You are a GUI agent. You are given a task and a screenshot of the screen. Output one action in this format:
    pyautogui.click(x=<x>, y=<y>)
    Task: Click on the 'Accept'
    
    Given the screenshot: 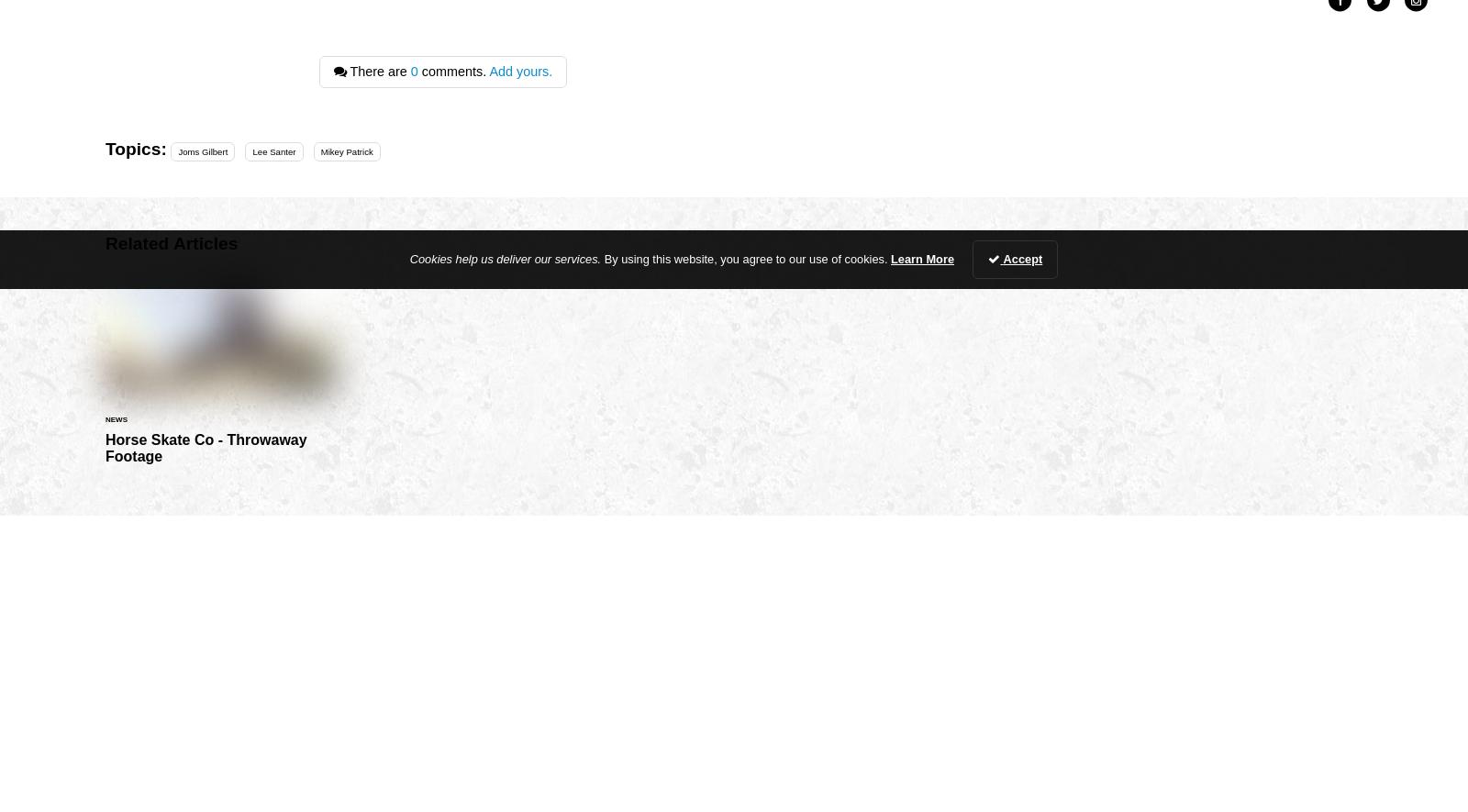 What is the action you would take?
    pyautogui.click(x=1022, y=258)
    